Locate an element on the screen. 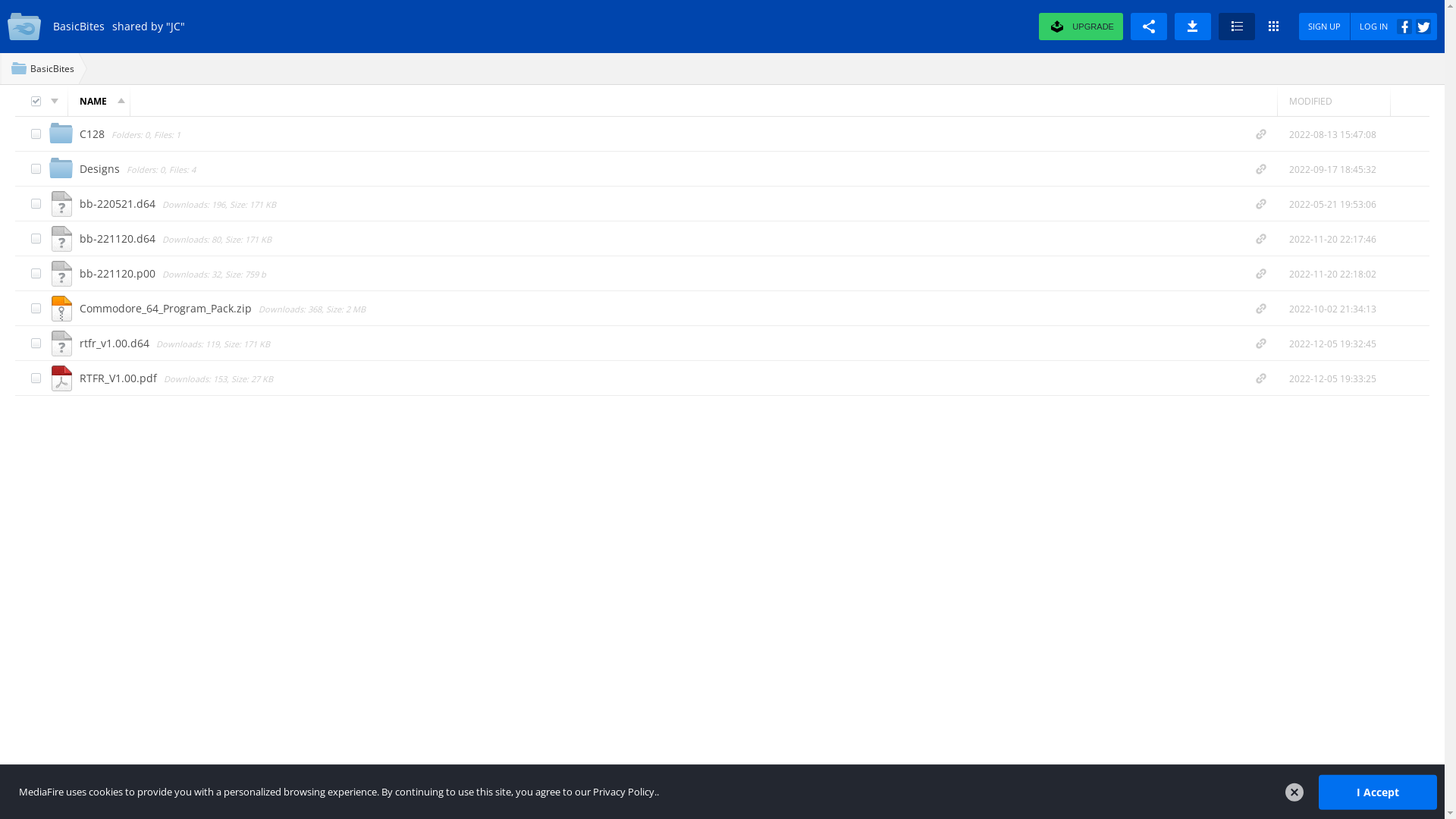  'I Accept' is located at coordinates (1317, 791).